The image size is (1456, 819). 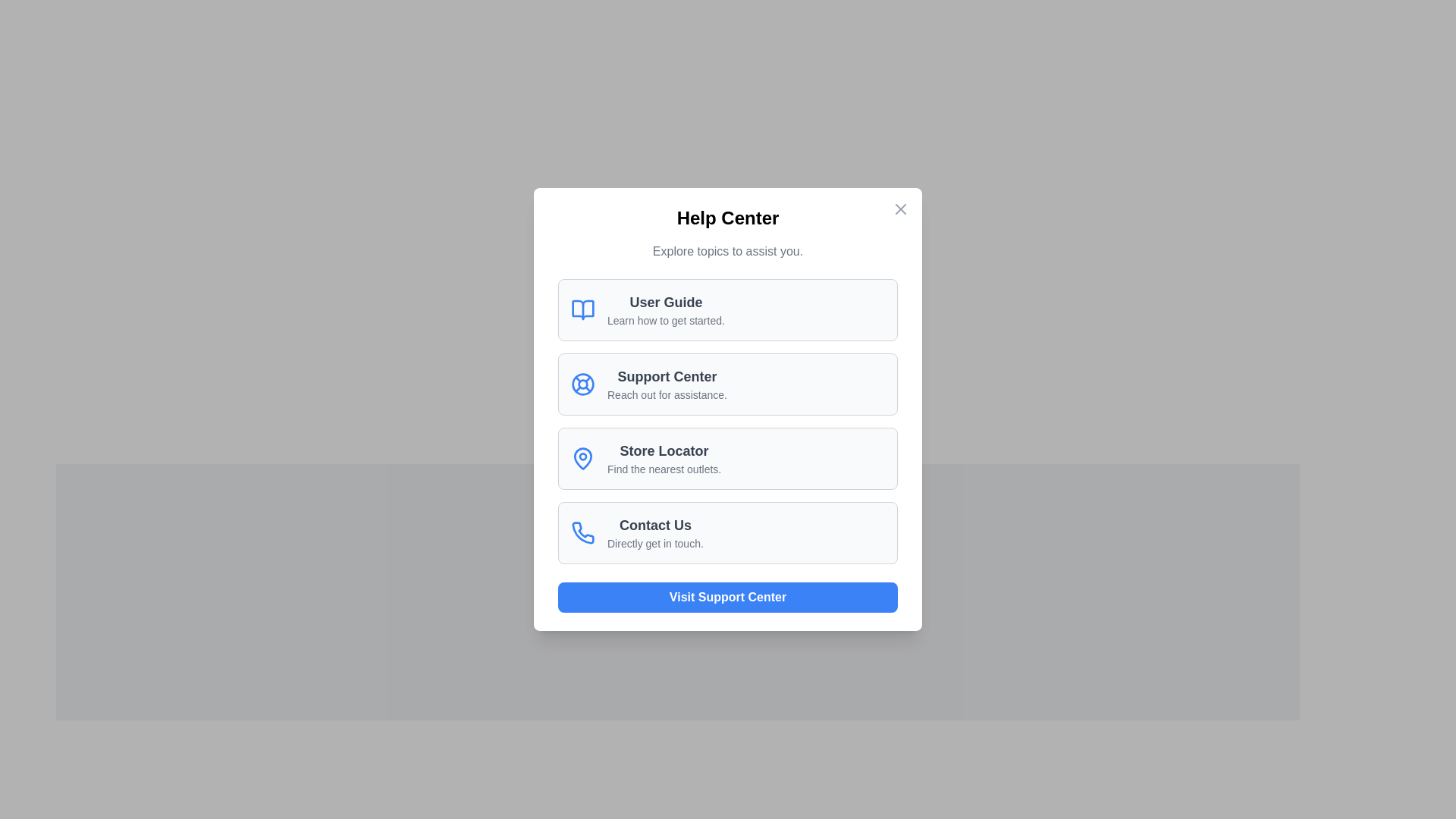 I want to click on the 'Store Locator' button styled as a card for keyboard interaction, so click(x=728, y=458).